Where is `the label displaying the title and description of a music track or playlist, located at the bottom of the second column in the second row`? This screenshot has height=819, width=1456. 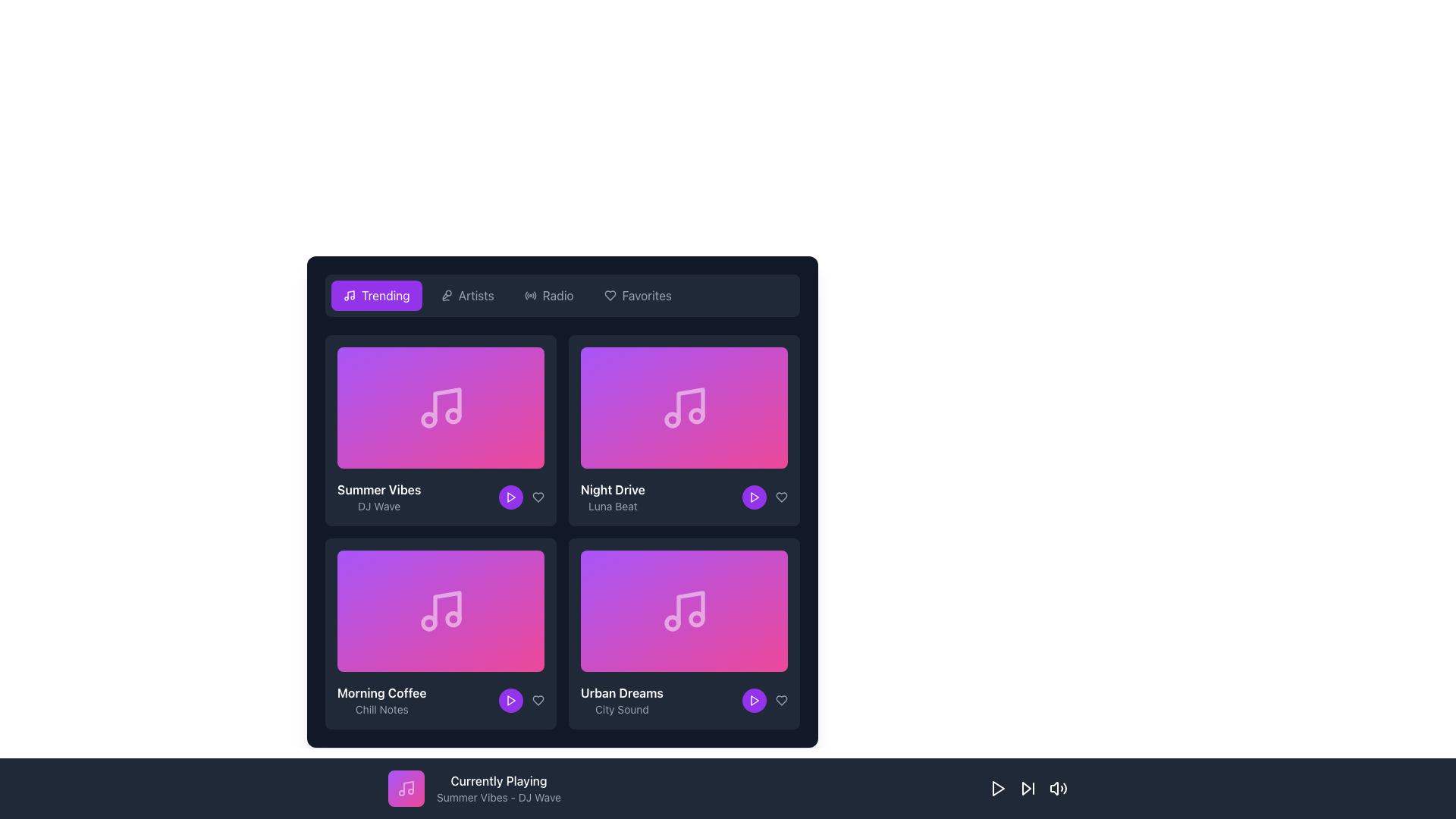
the label displaying the title and description of a music track or playlist, located at the bottom of the second column in the second row is located at coordinates (622, 701).